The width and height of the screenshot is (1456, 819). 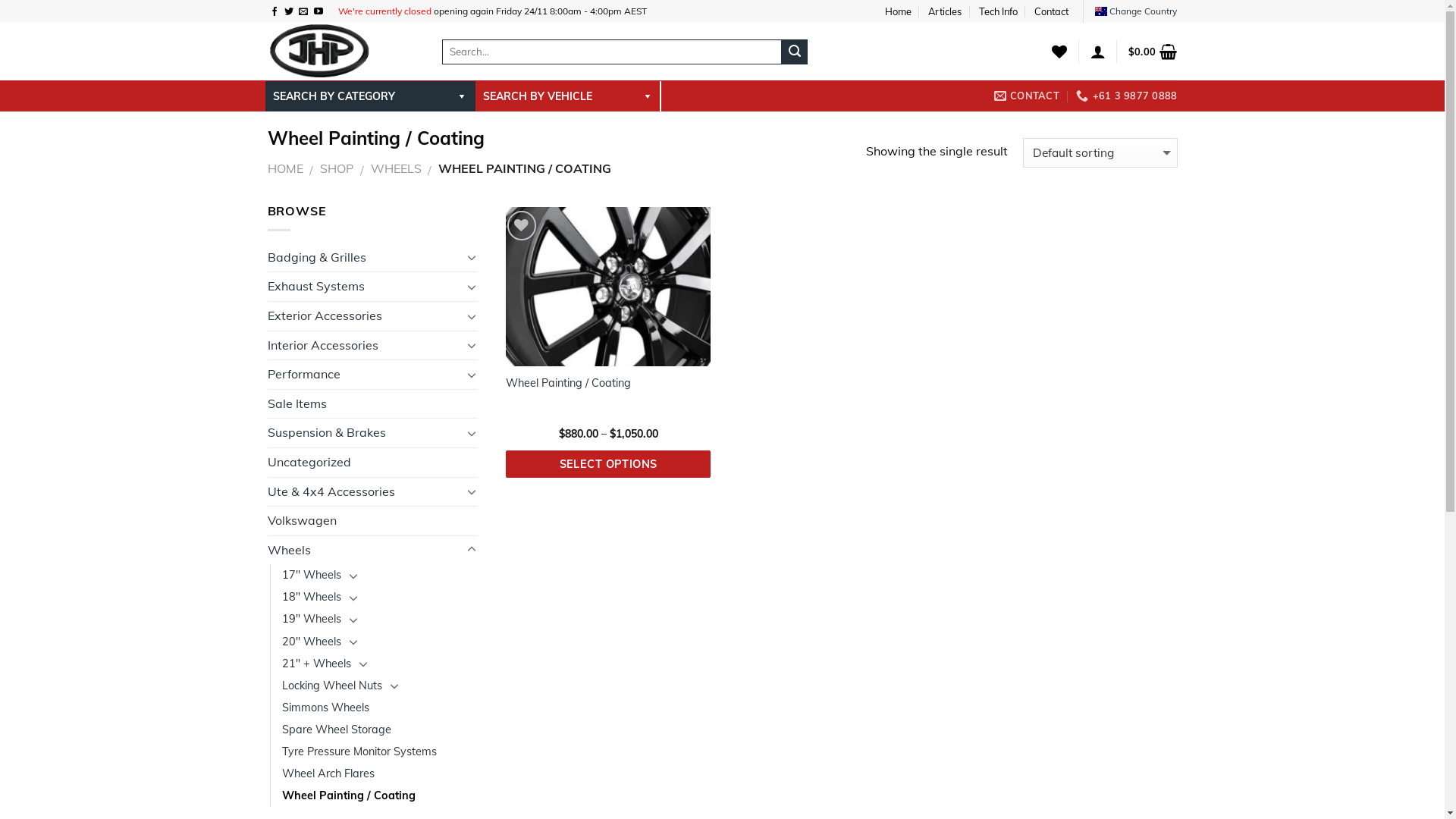 What do you see at coordinates (372, 519) in the screenshot?
I see `'Volkswagen'` at bounding box center [372, 519].